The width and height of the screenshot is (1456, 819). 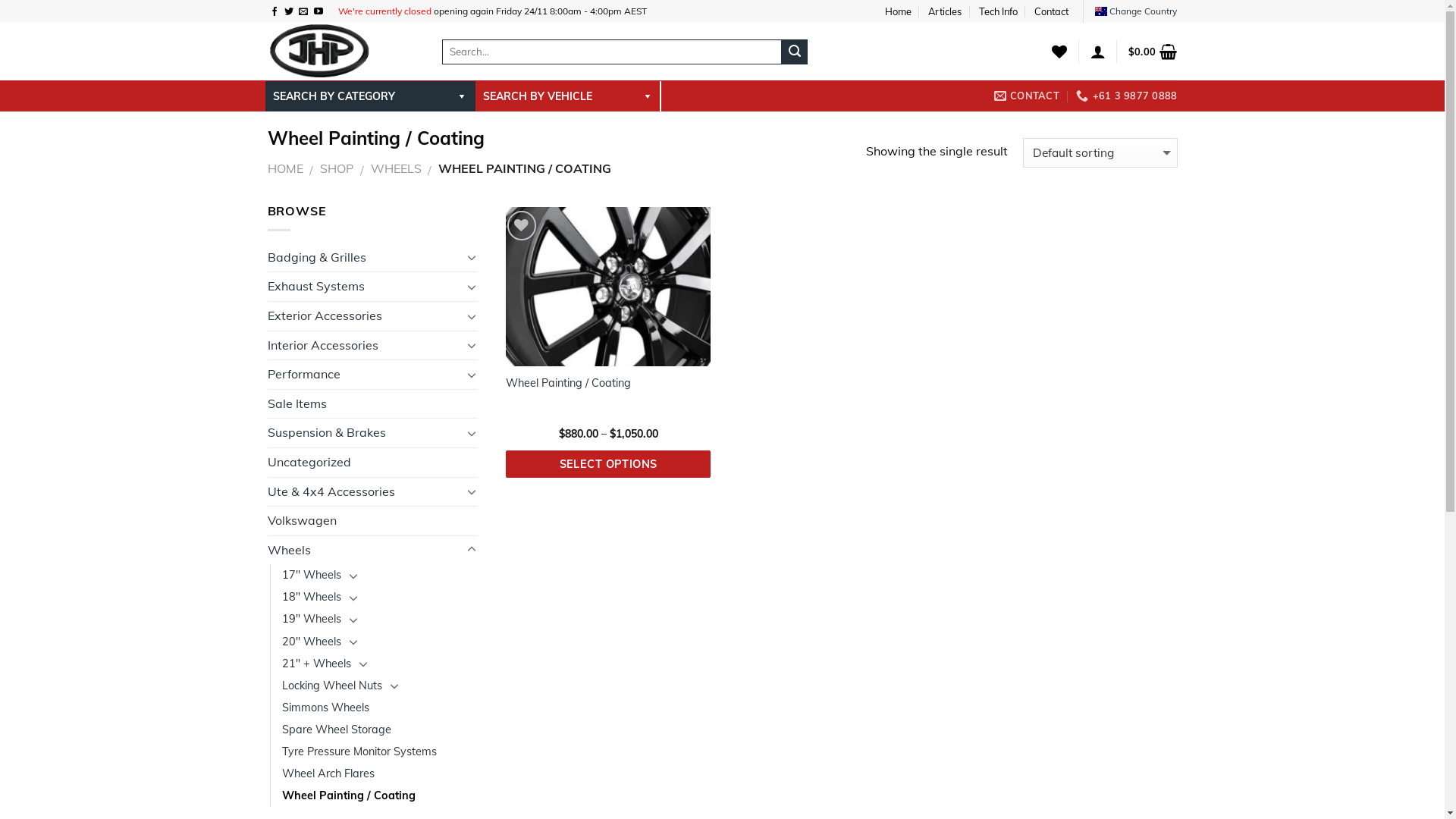 What do you see at coordinates (372, 519) in the screenshot?
I see `'Volkswagen'` at bounding box center [372, 519].